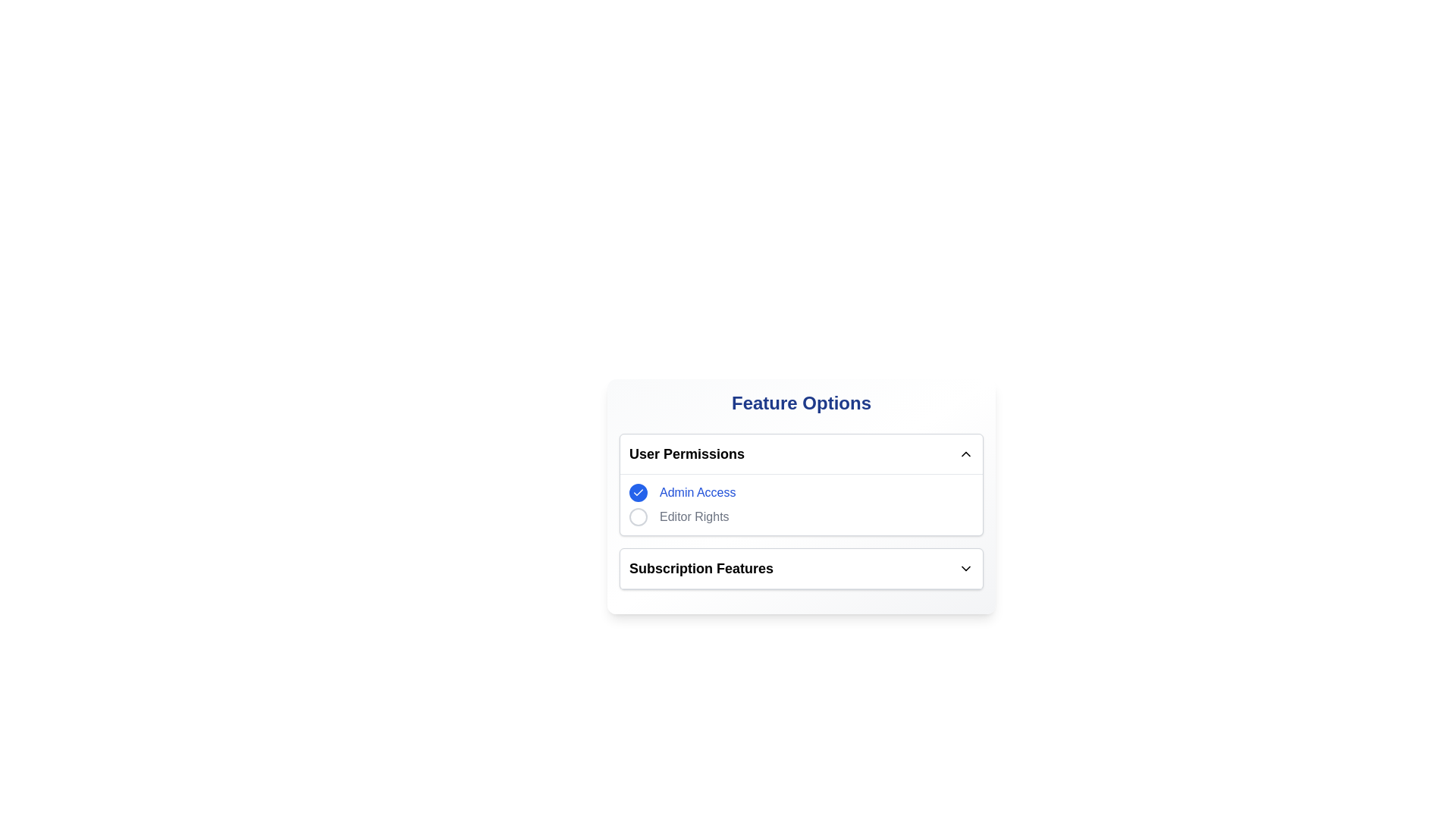 The height and width of the screenshot is (819, 1456). I want to click on the toggle control icon at the far right of the 'User Permissions' section, so click(965, 453).